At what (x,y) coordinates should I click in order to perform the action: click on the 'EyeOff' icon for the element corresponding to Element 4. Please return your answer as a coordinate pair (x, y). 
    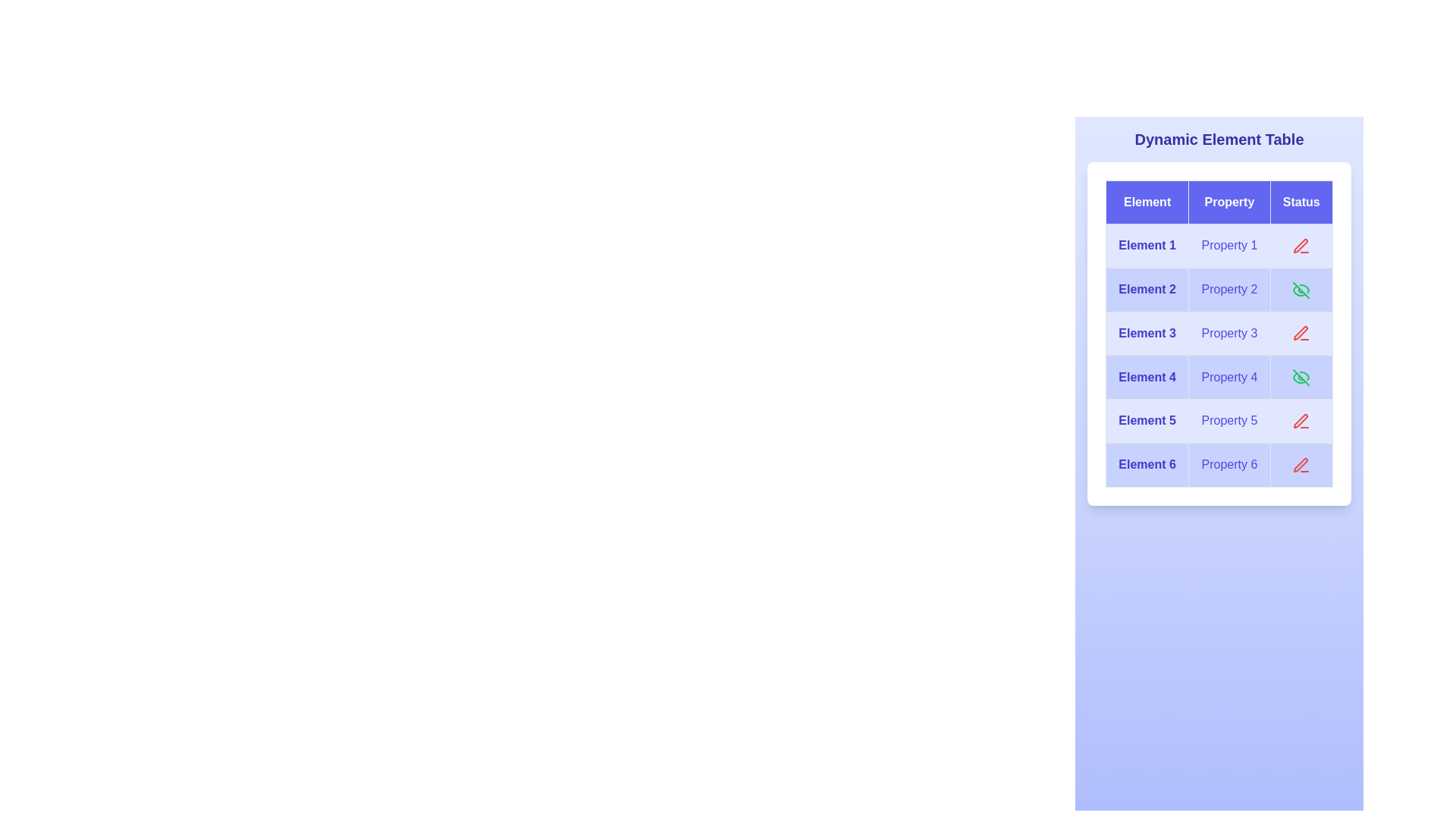
    Looking at the image, I should click on (1301, 377).